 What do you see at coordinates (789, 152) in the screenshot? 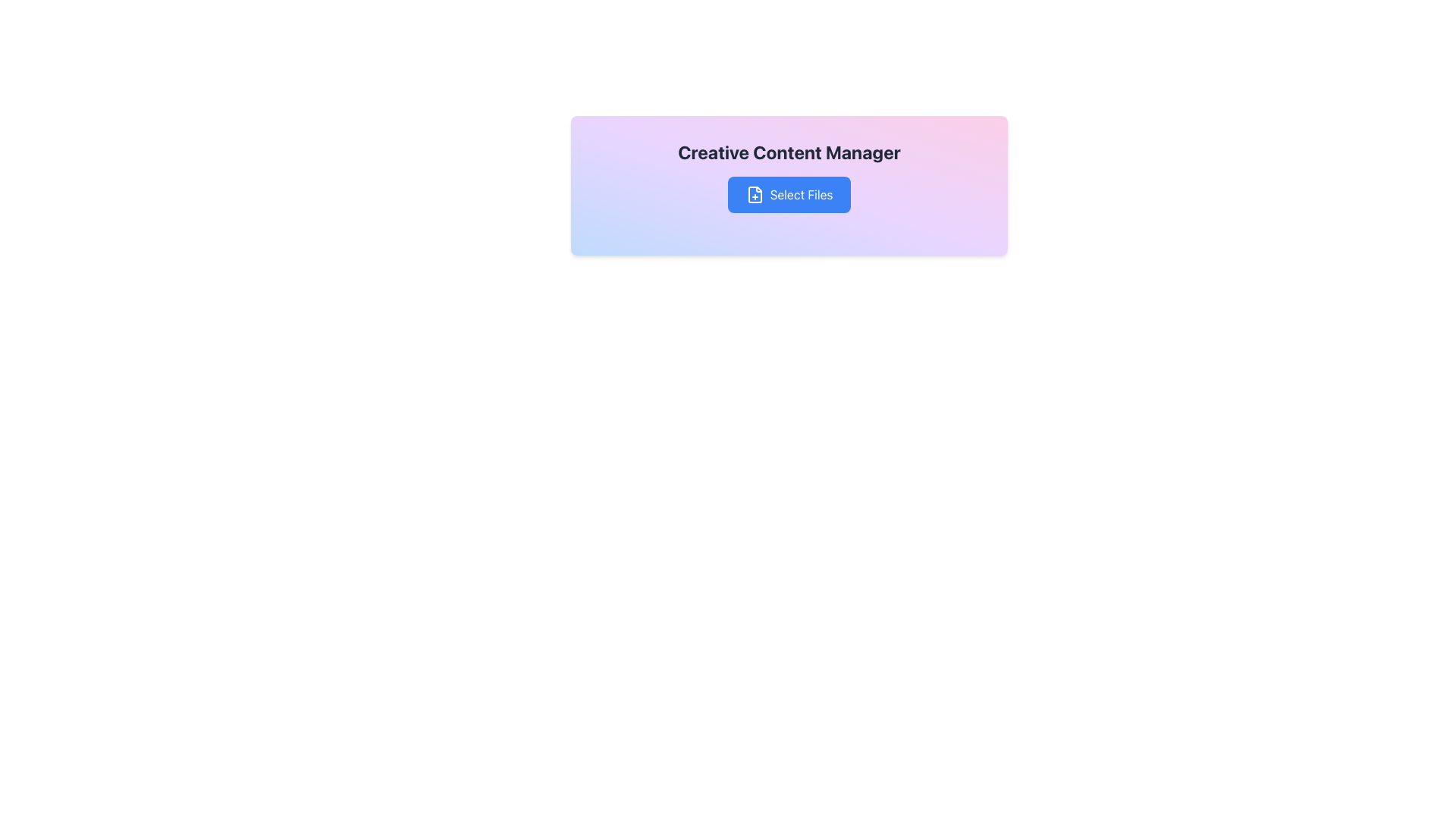
I see `the static text element that serves as a header or title for managing creative content, located above the 'Select Files' button` at bounding box center [789, 152].